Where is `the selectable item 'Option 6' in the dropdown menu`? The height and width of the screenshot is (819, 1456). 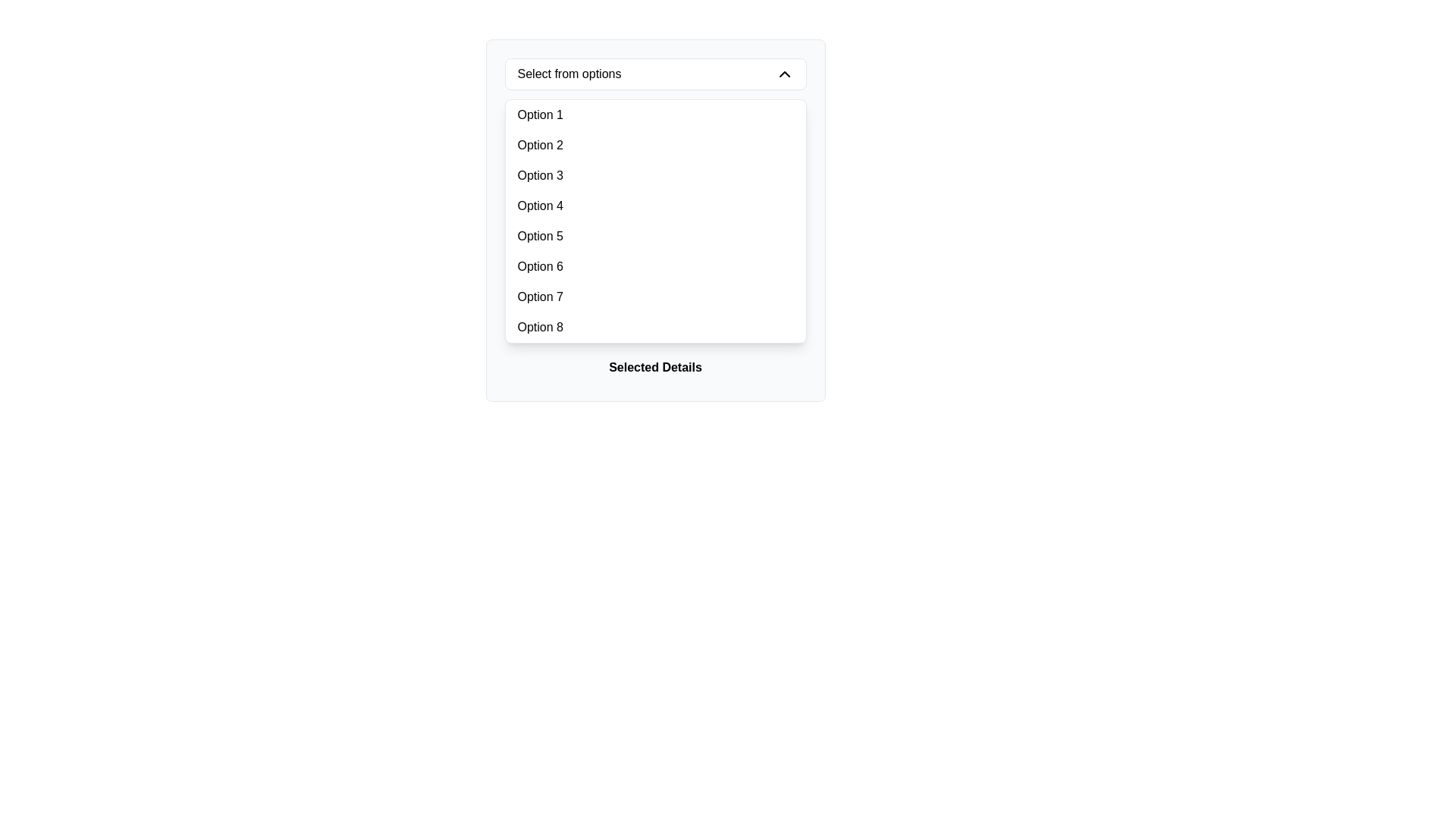
the selectable item 'Option 6' in the dropdown menu is located at coordinates (540, 265).